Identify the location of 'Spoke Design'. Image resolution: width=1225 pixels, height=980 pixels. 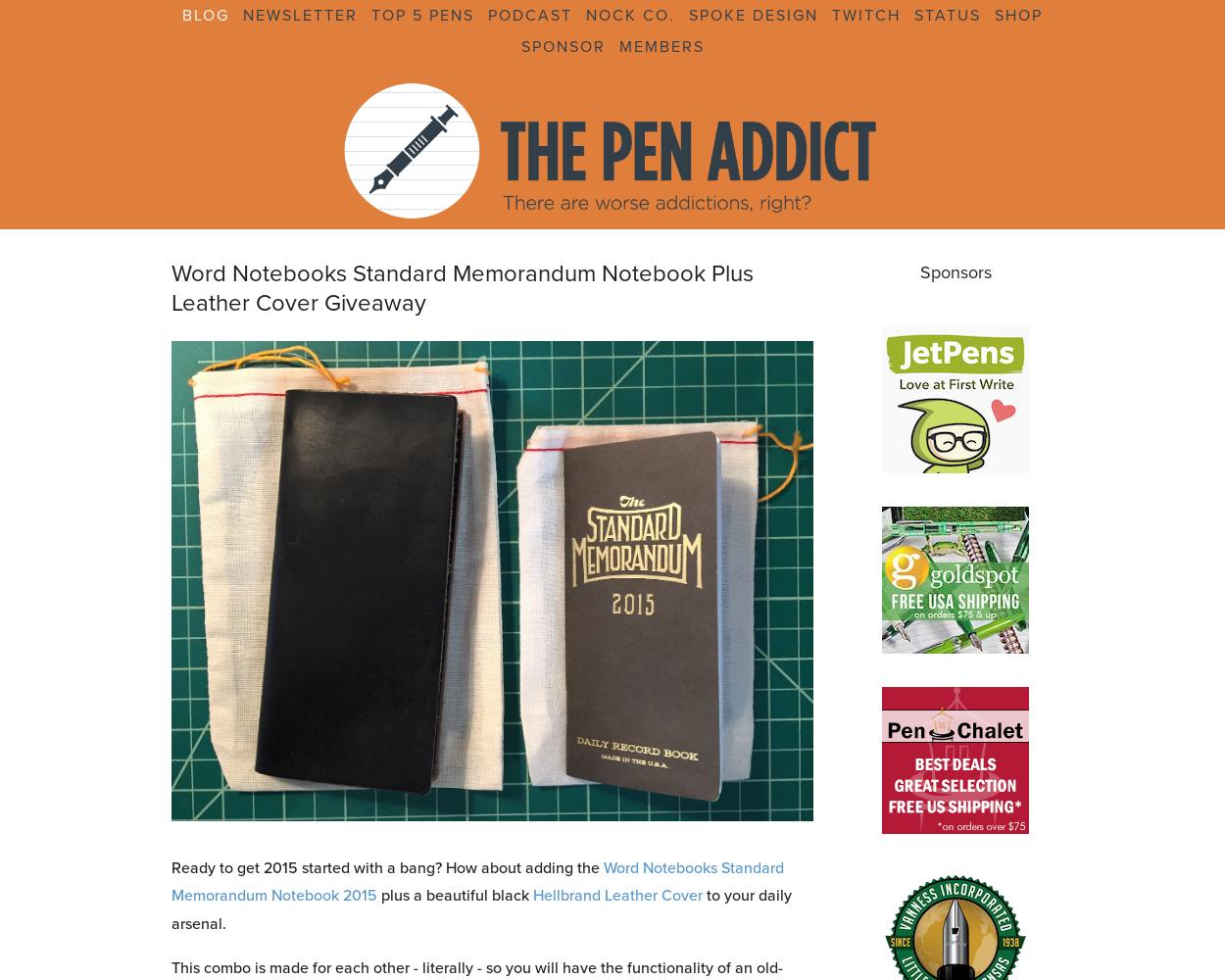
(754, 15).